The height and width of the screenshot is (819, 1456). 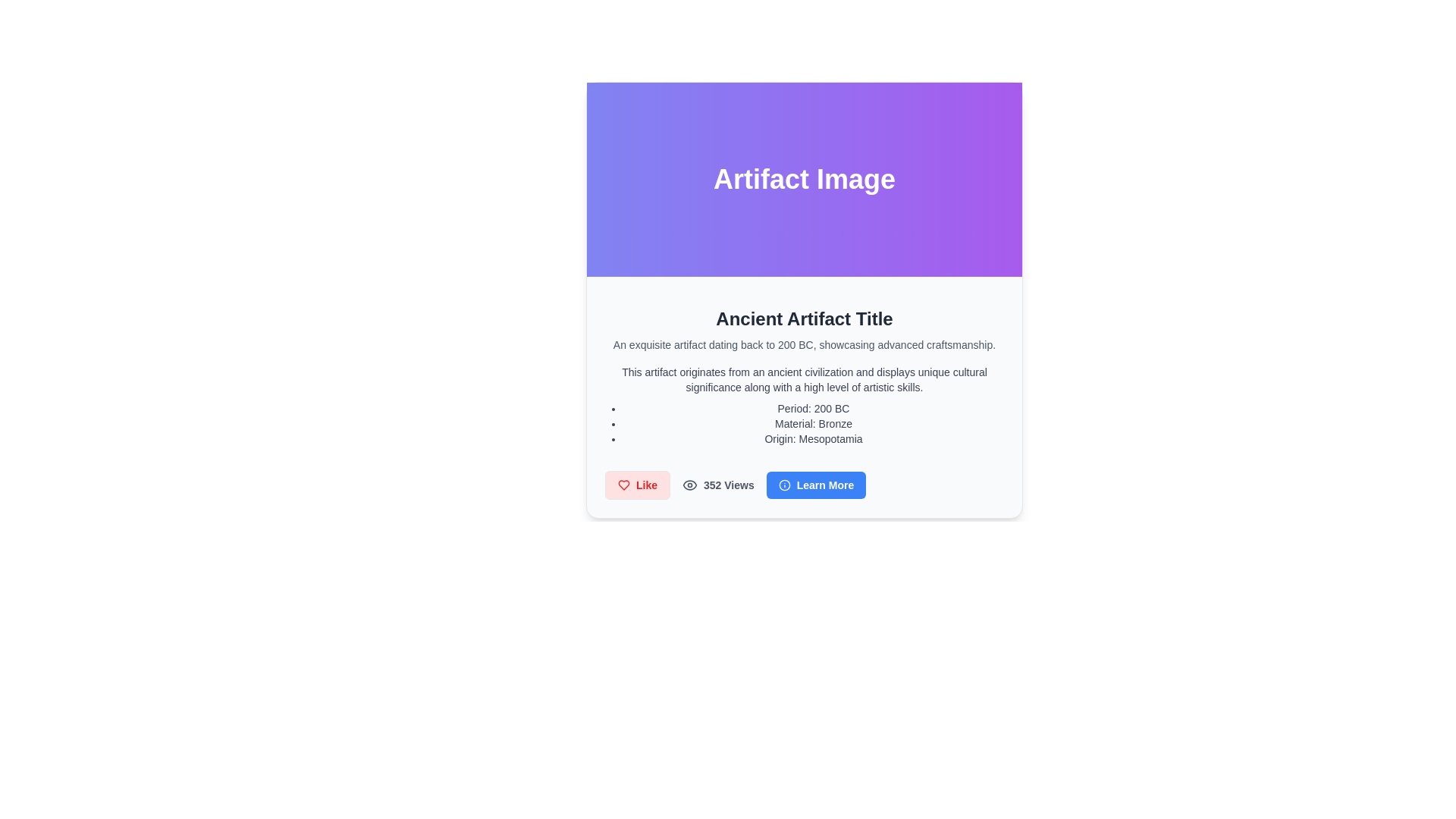 What do you see at coordinates (803, 424) in the screenshot?
I see `information presented in the bullet point list containing entries about the artifact, specifically 'Period: 200 BC', 'Material: Bronze', and 'Origin: Mesopotamia'. This list is styled in gray and is positioned below the main description text` at bounding box center [803, 424].